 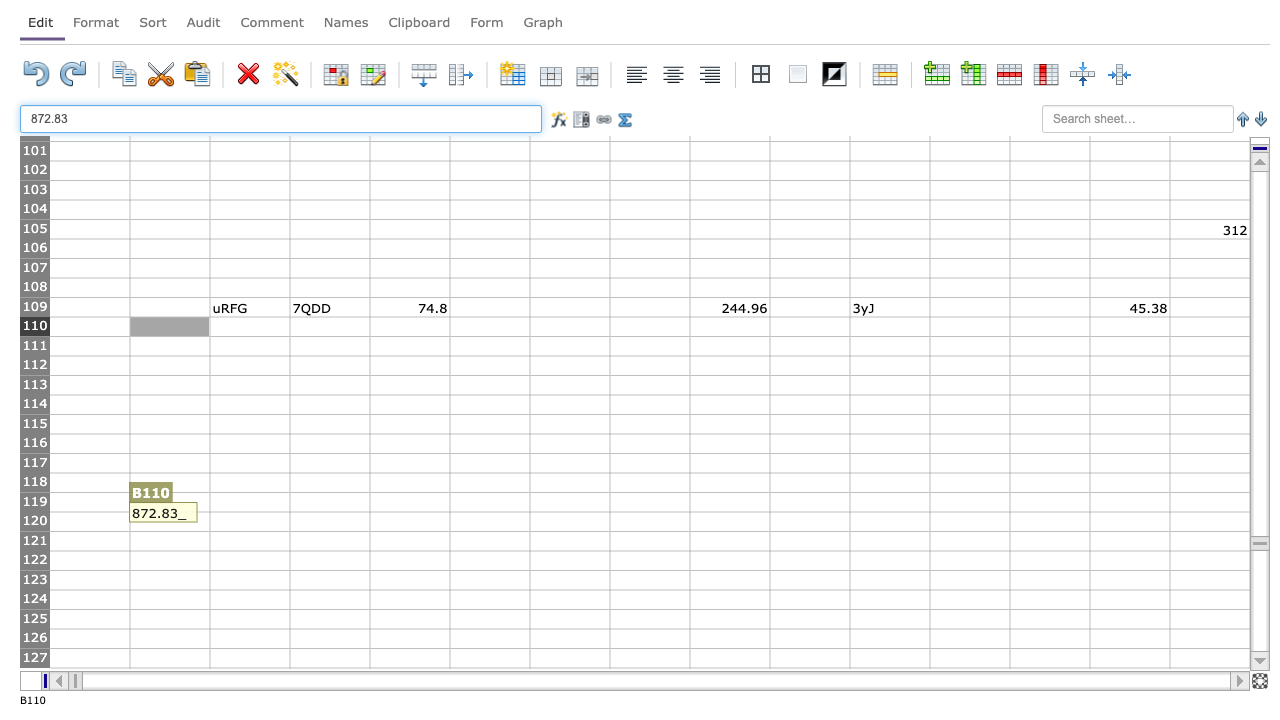 I want to click on column E row 120, so click(x=408, y=520).